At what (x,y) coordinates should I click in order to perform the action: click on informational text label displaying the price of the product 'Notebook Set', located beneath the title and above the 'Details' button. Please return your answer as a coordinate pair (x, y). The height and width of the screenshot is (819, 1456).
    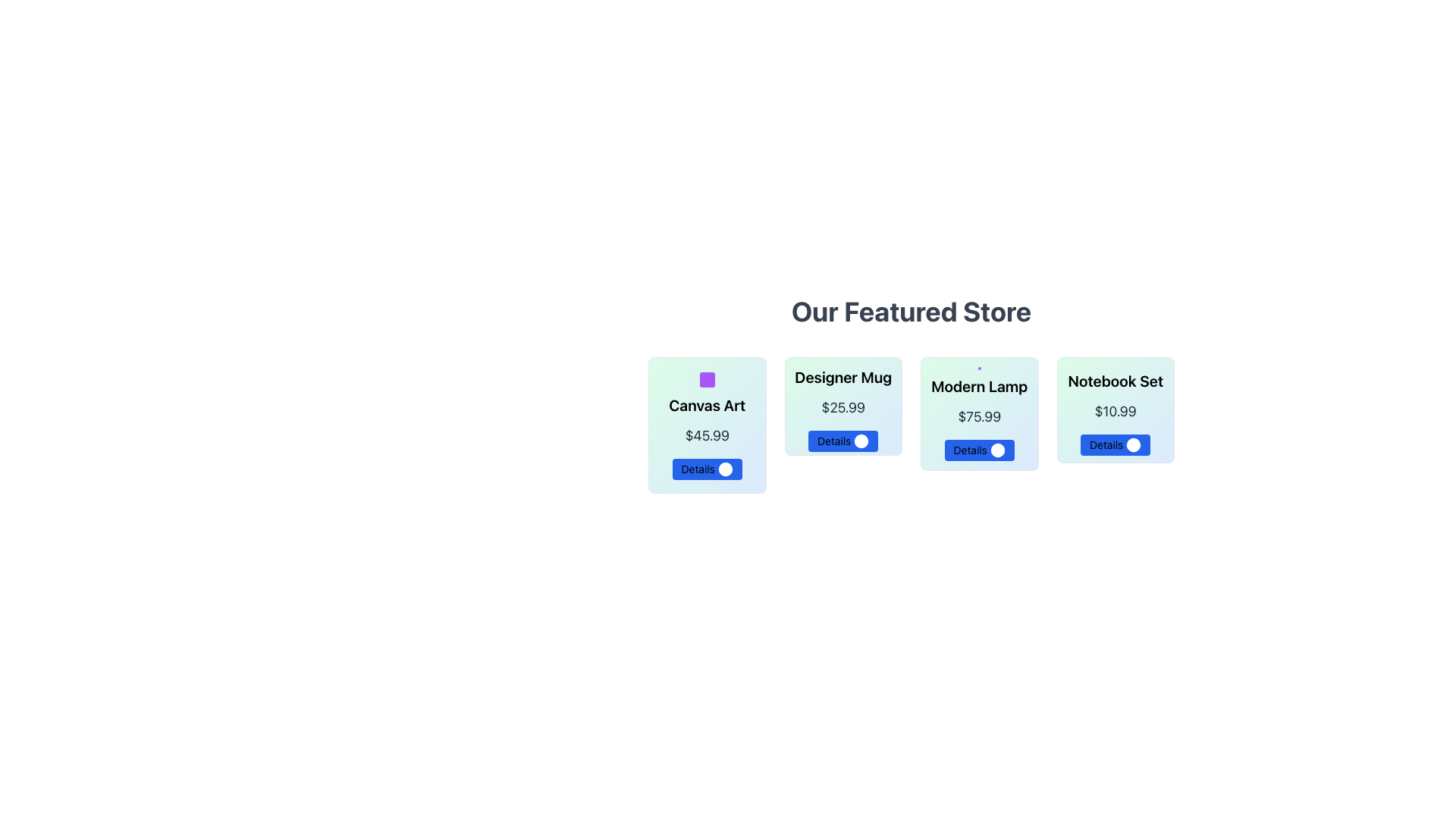
    Looking at the image, I should click on (1116, 412).